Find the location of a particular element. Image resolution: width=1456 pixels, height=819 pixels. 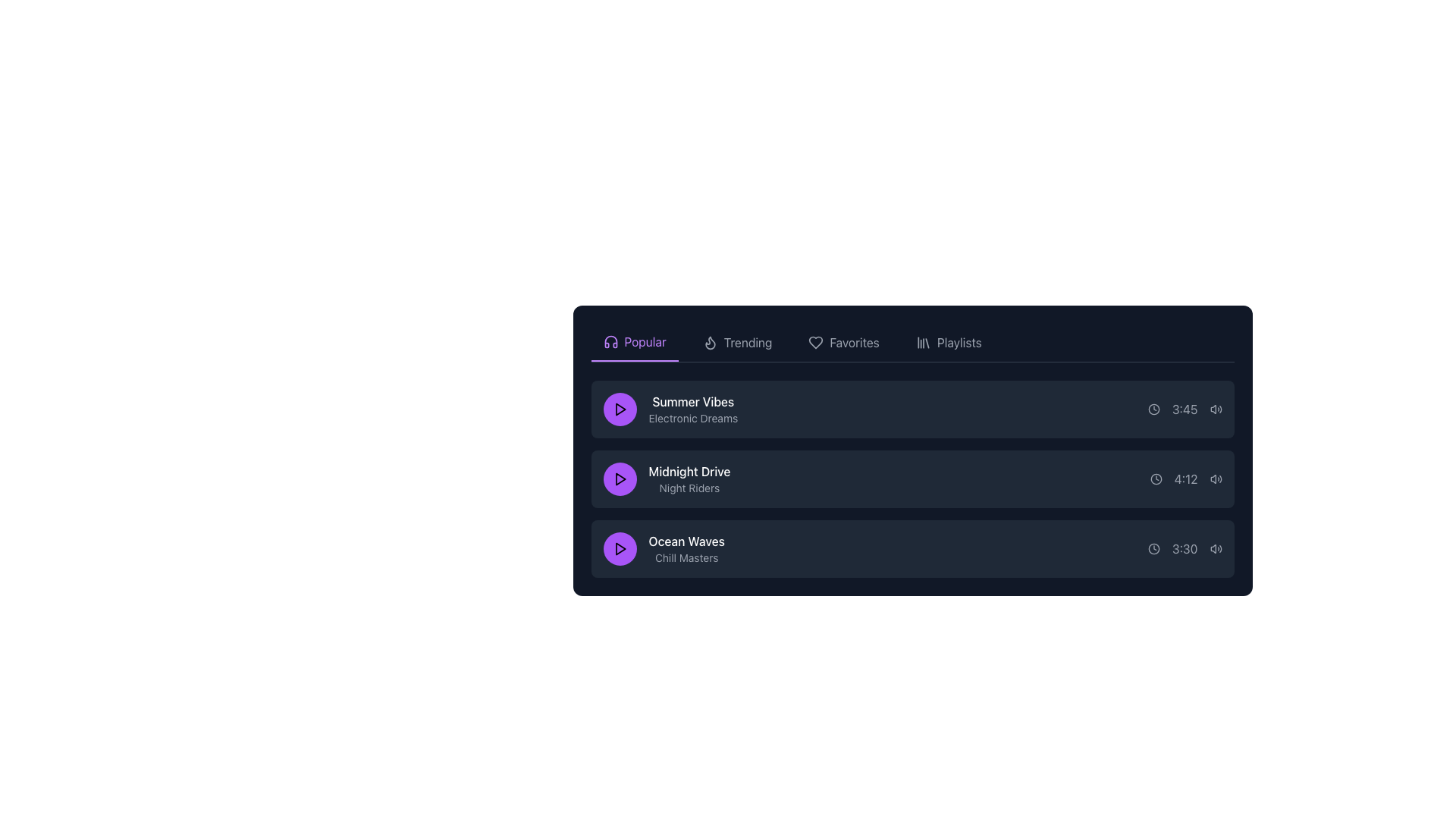

the play button located in the circular purple background beside the text 'Ocean Waves' is located at coordinates (620, 549).